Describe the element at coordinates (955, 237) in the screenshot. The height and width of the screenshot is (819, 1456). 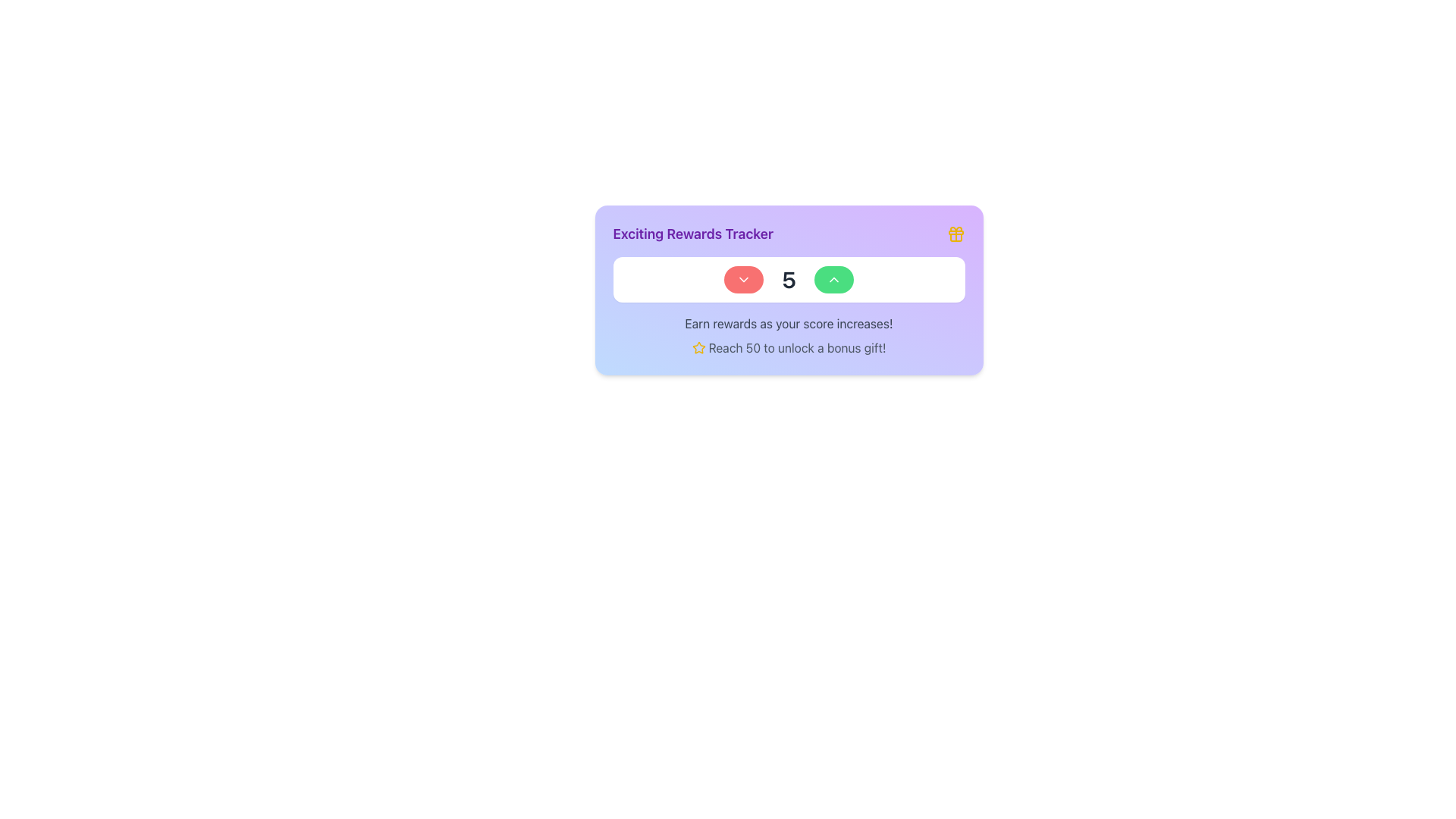
I see `the bottom graphical segment of the gift box icon, which is part of an SVG graphic indicating a reward or bonus feature in the interface` at that location.